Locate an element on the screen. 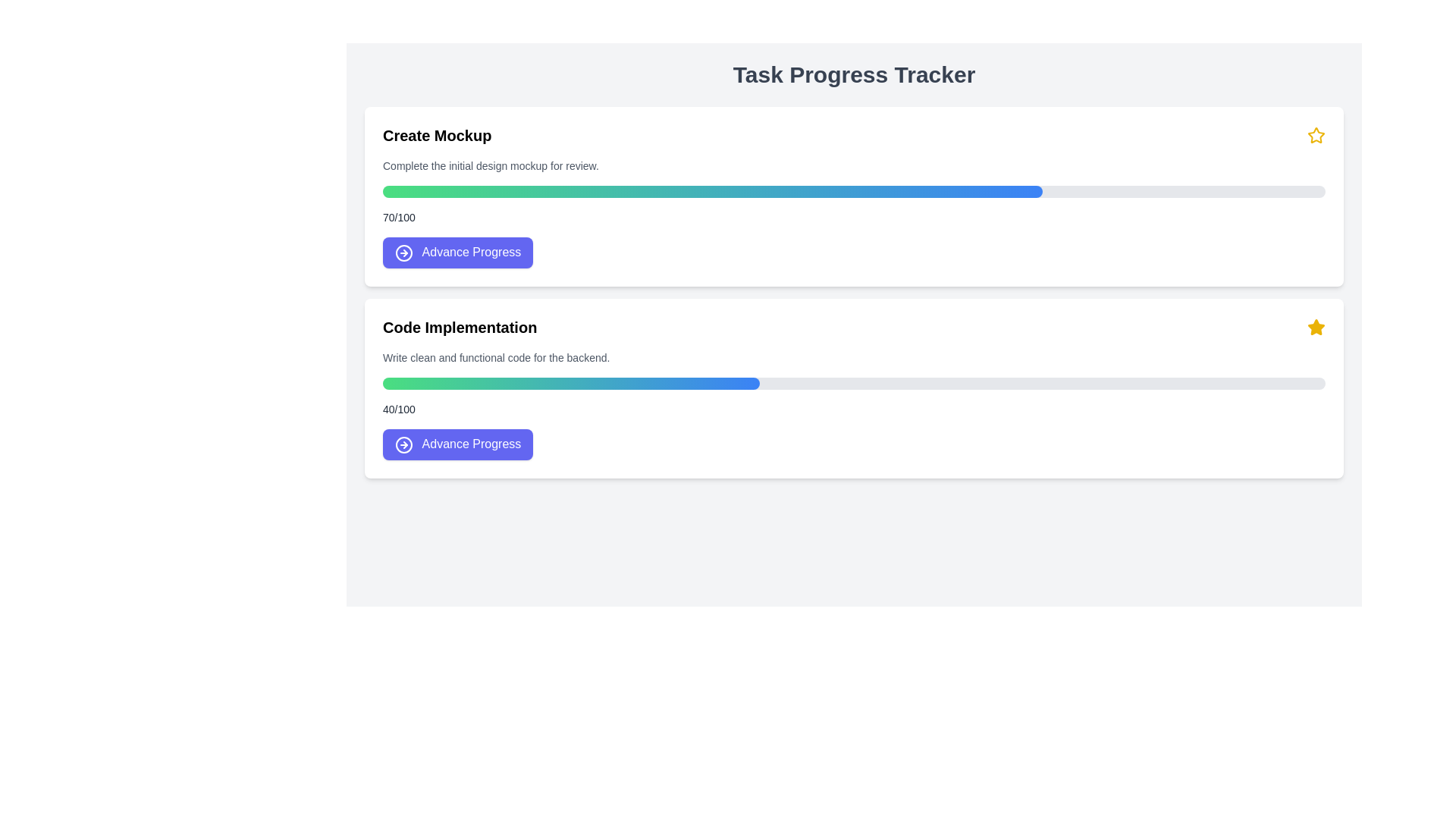 The image size is (1456, 819). the static text that reads 'Complete the initial design mockup for review.' located beneath the 'Create Mockup' header in the upper half of the interface is located at coordinates (491, 166).